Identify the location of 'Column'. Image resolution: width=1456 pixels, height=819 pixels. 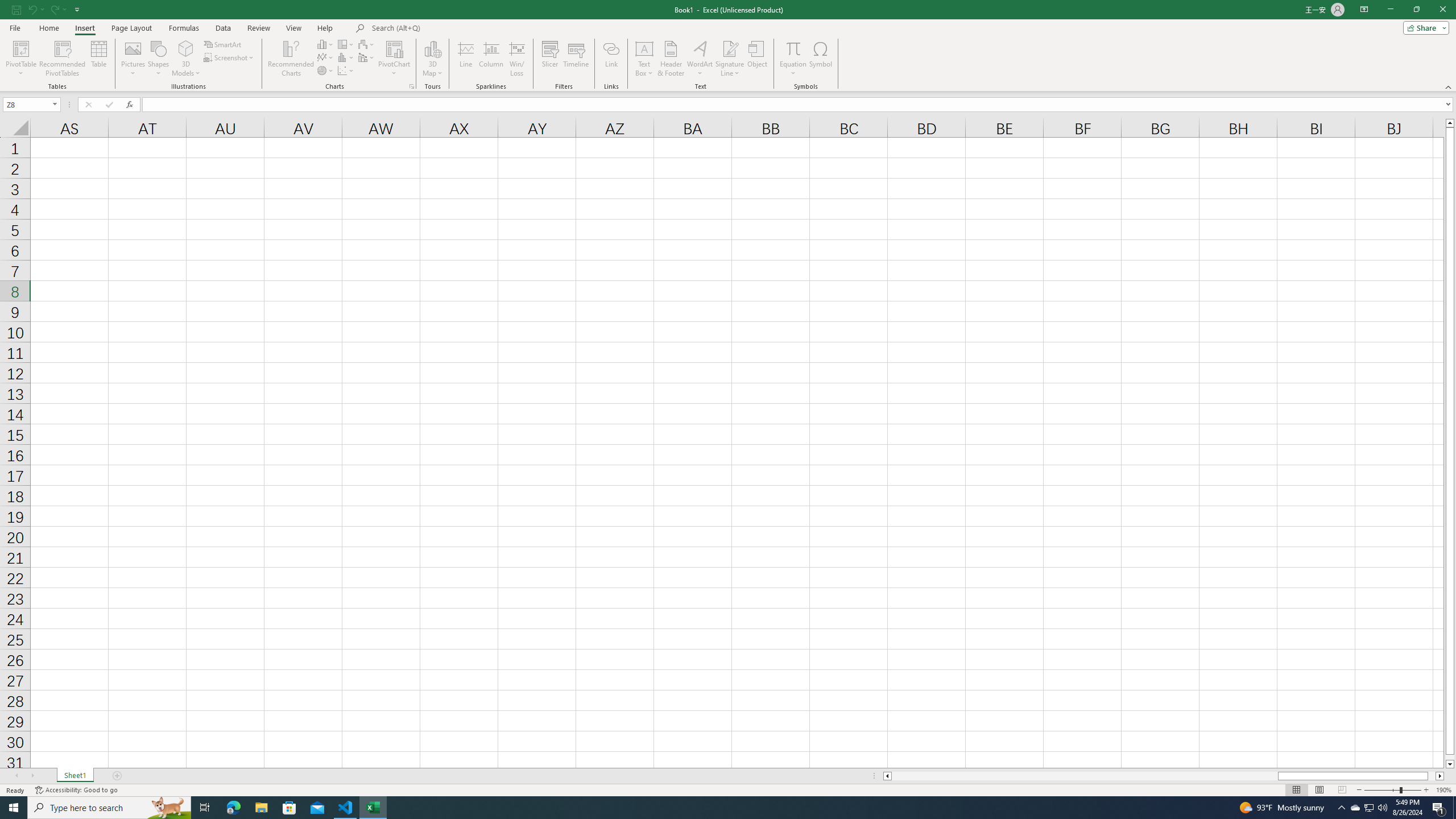
(491, 59).